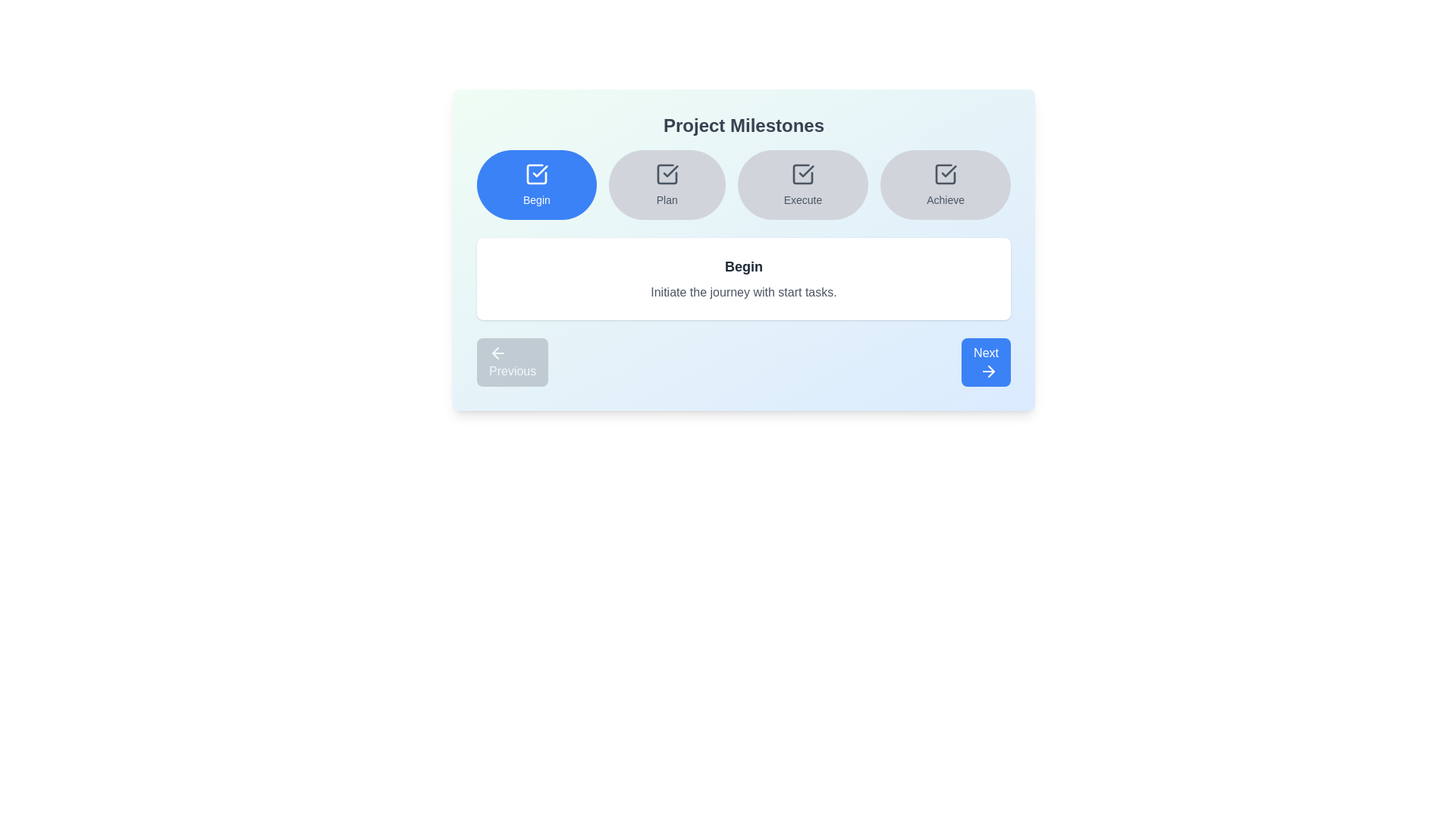 The height and width of the screenshot is (819, 1456). I want to click on the button located at the bottom-right corner of the panel, which contains the text 'Next' and has an icon to its left, so click(989, 371).